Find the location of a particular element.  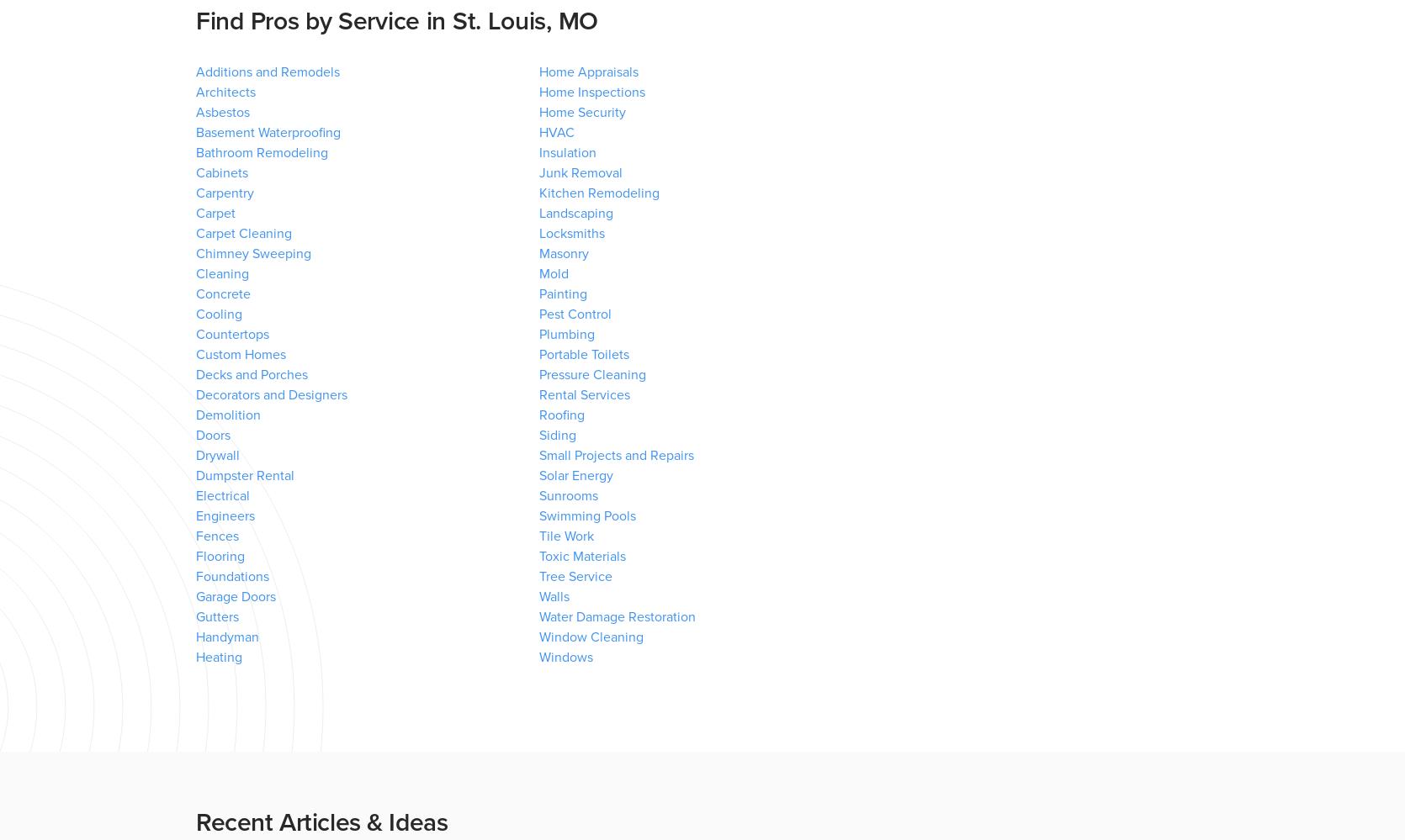

'Additions and Remodels' is located at coordinates (267, 71).